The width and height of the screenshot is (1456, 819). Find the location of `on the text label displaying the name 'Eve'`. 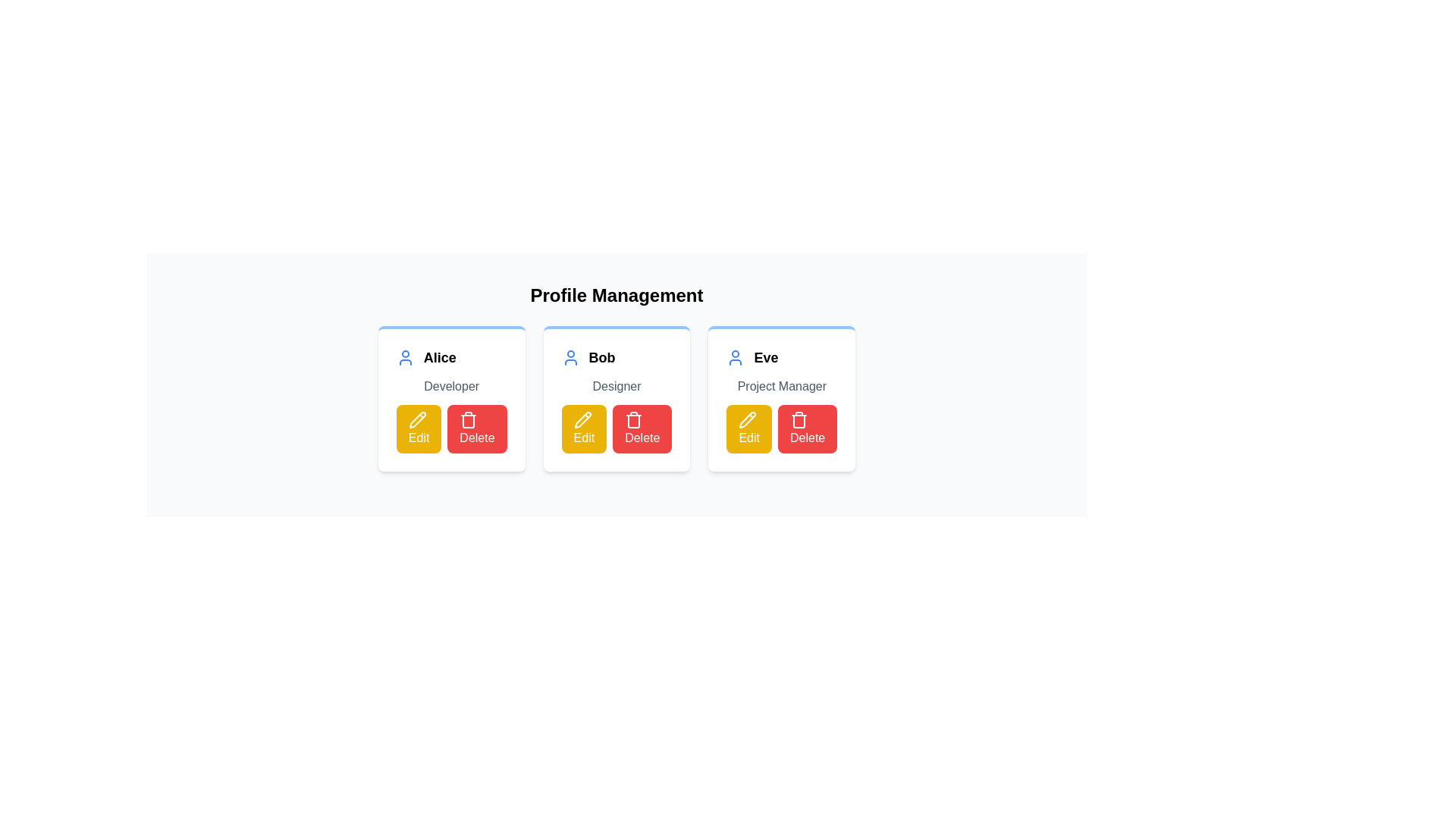

on the text label displaying the name 'Eve' is located at coordinates (765, 357).